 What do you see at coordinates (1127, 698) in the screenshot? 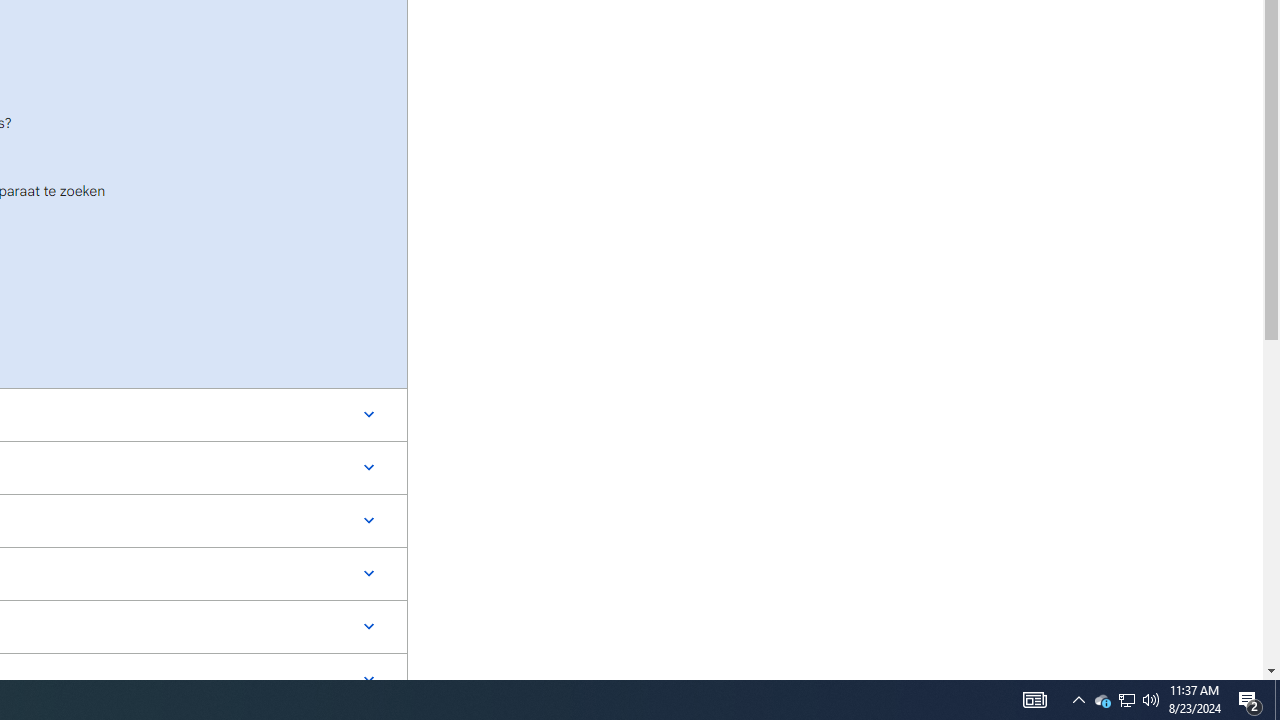
I see `'Notification Chevron'` at bounding box center [1127, 698].